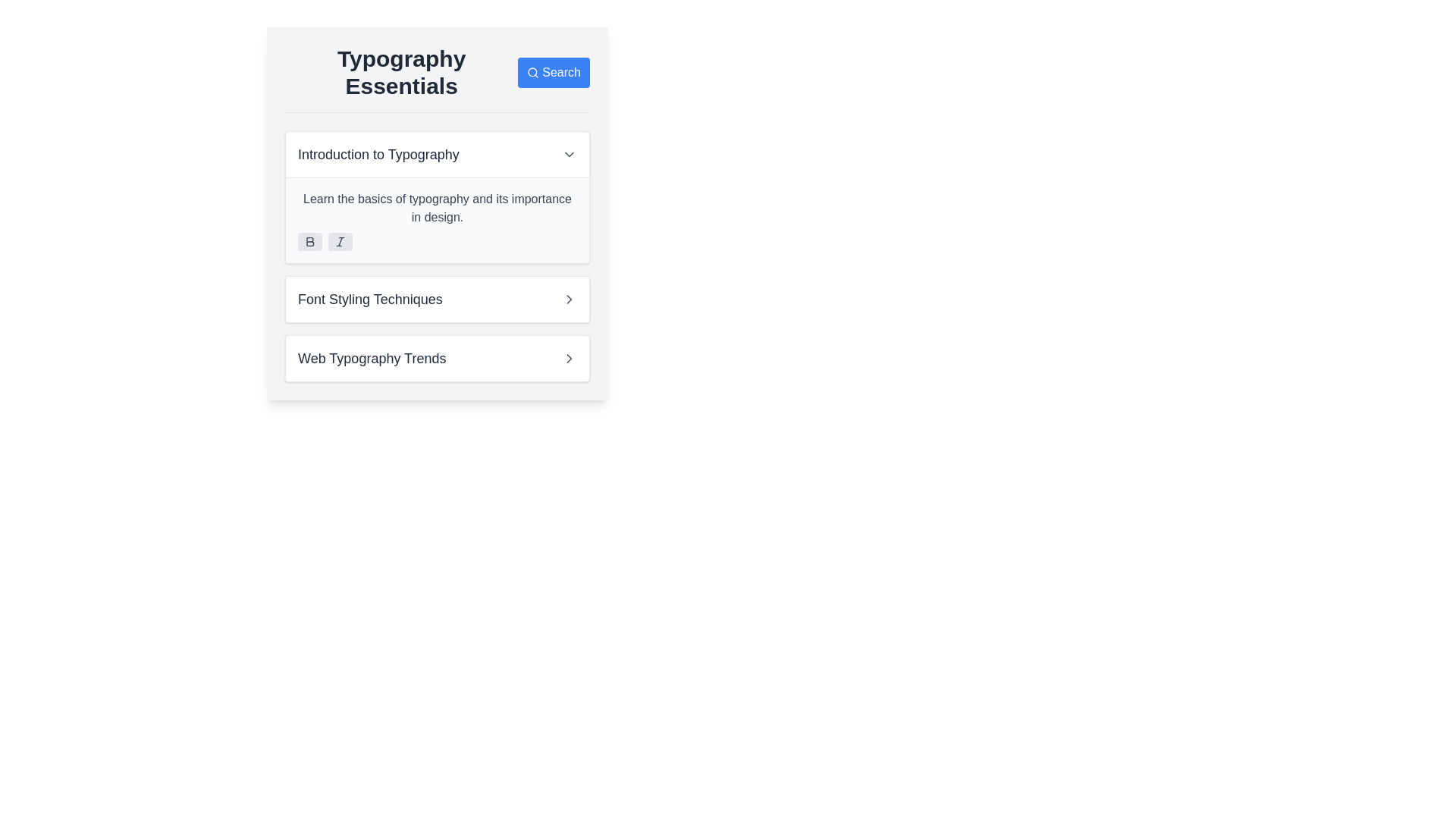 The width and height of the screenshot is (1456, 819). I want to click on the text label 'Search' within the button located in the top-right corner of the 'Typography Essentials' panel, so click(560, 73).